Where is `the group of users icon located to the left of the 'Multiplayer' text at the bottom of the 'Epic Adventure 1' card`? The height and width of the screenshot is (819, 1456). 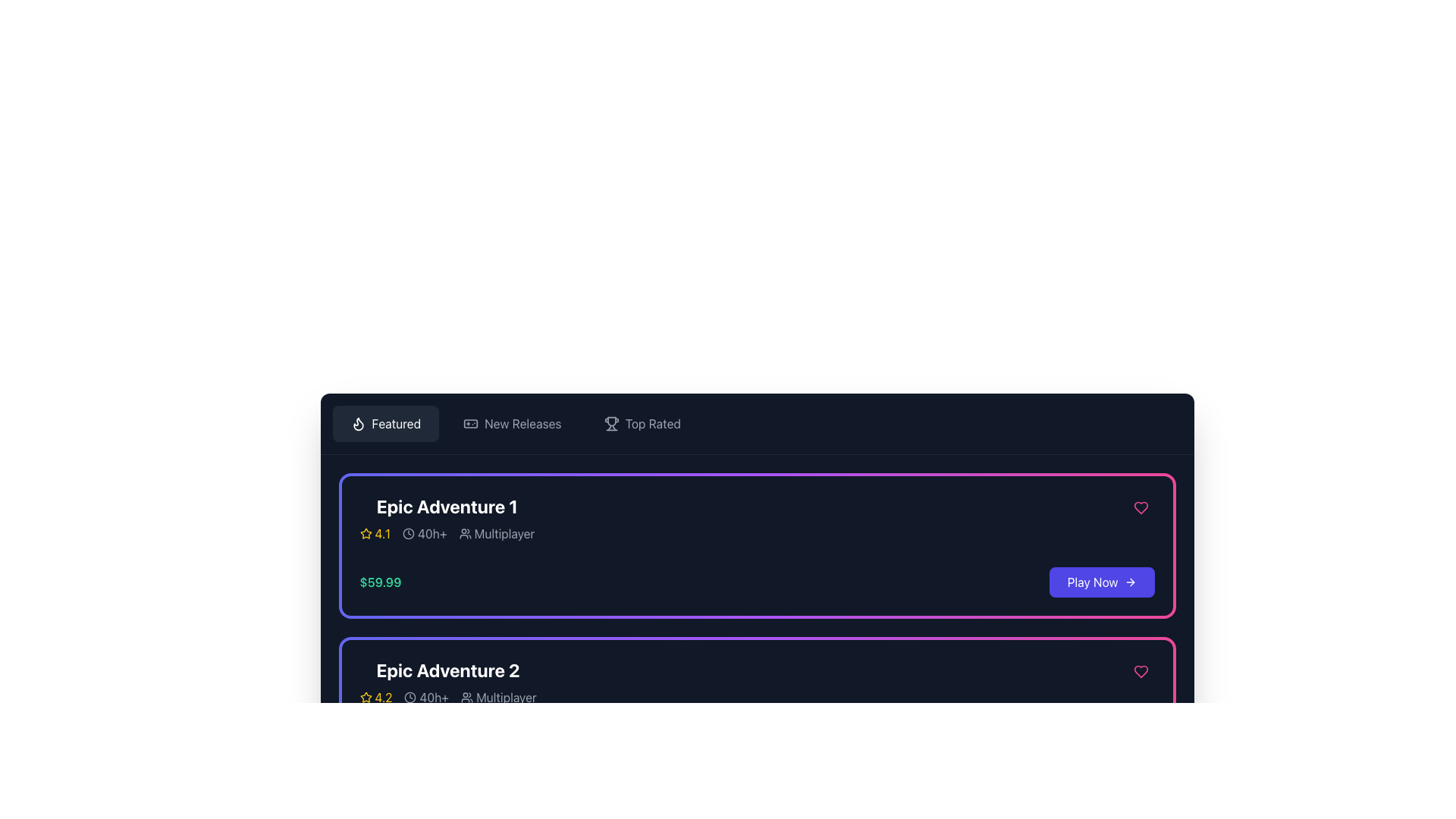
the group of users icon located to the left of the 'Multiplayer' text at the bottom of the 'Epic Adventure 1' card is located at coordinates (464, 533).